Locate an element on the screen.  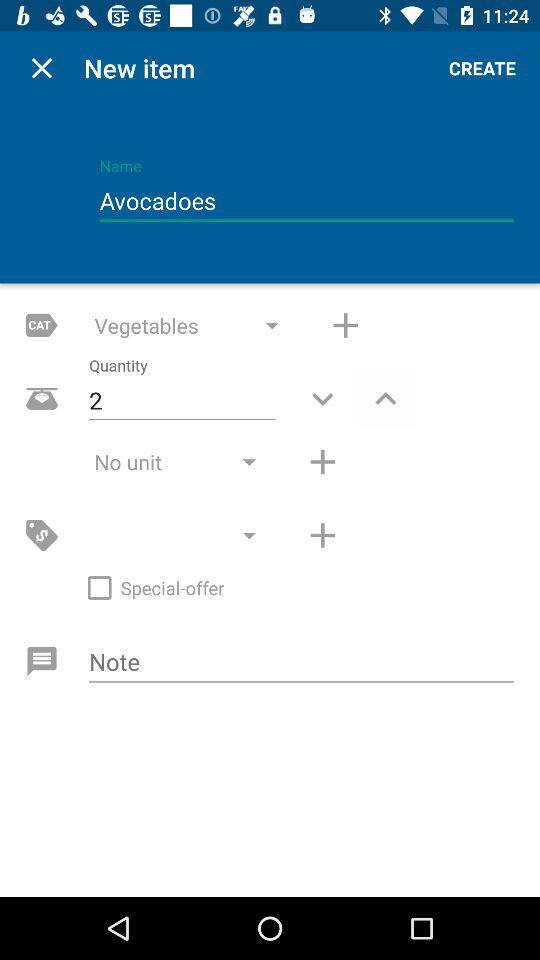
unit amount is located at coordinates (322, 462).